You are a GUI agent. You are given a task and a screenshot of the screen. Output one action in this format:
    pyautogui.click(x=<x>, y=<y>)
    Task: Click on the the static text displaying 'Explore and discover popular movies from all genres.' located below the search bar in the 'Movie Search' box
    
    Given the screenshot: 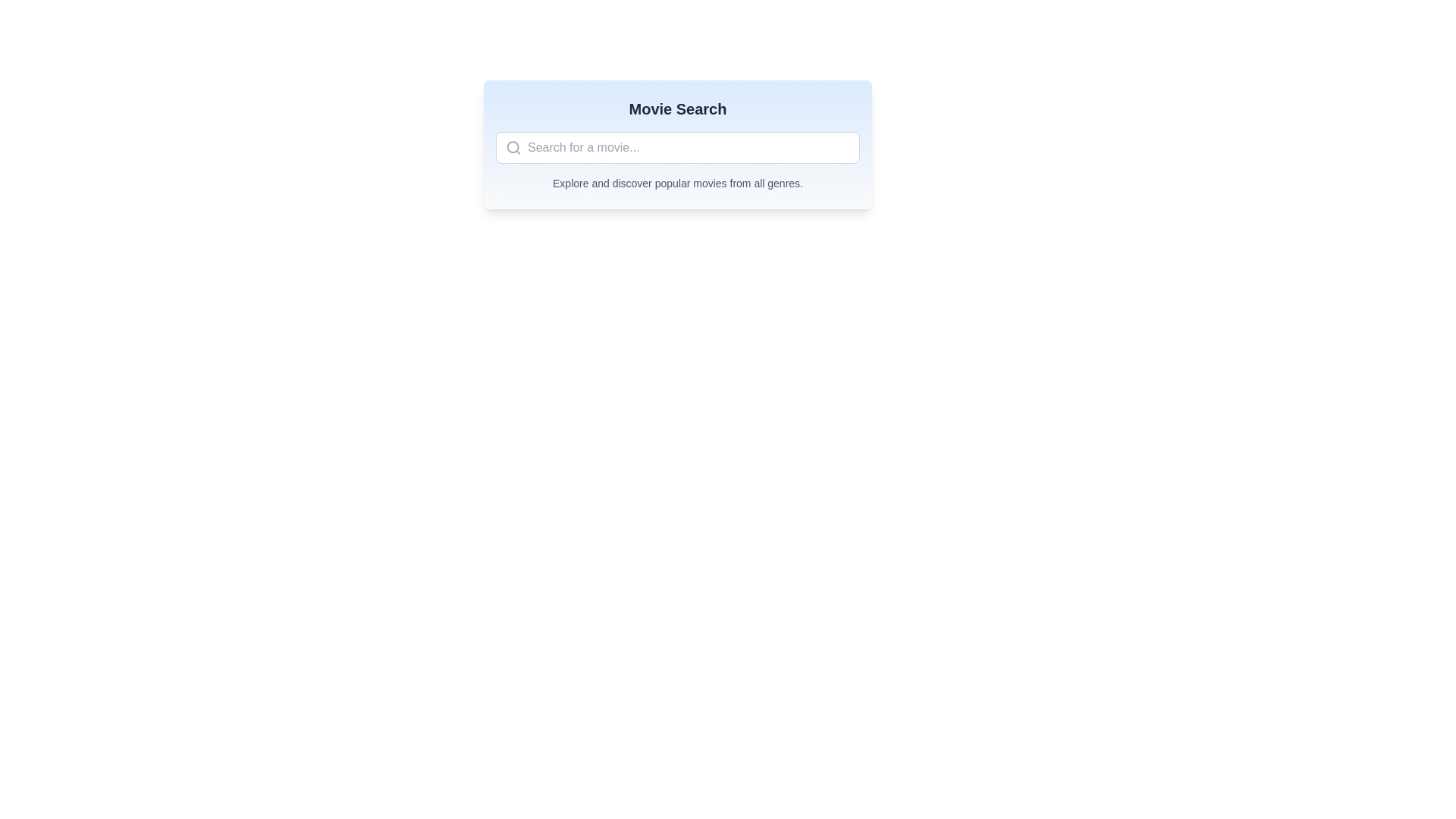 What is the action you would take?
    pyautogui.click(x=676, y=183)
    